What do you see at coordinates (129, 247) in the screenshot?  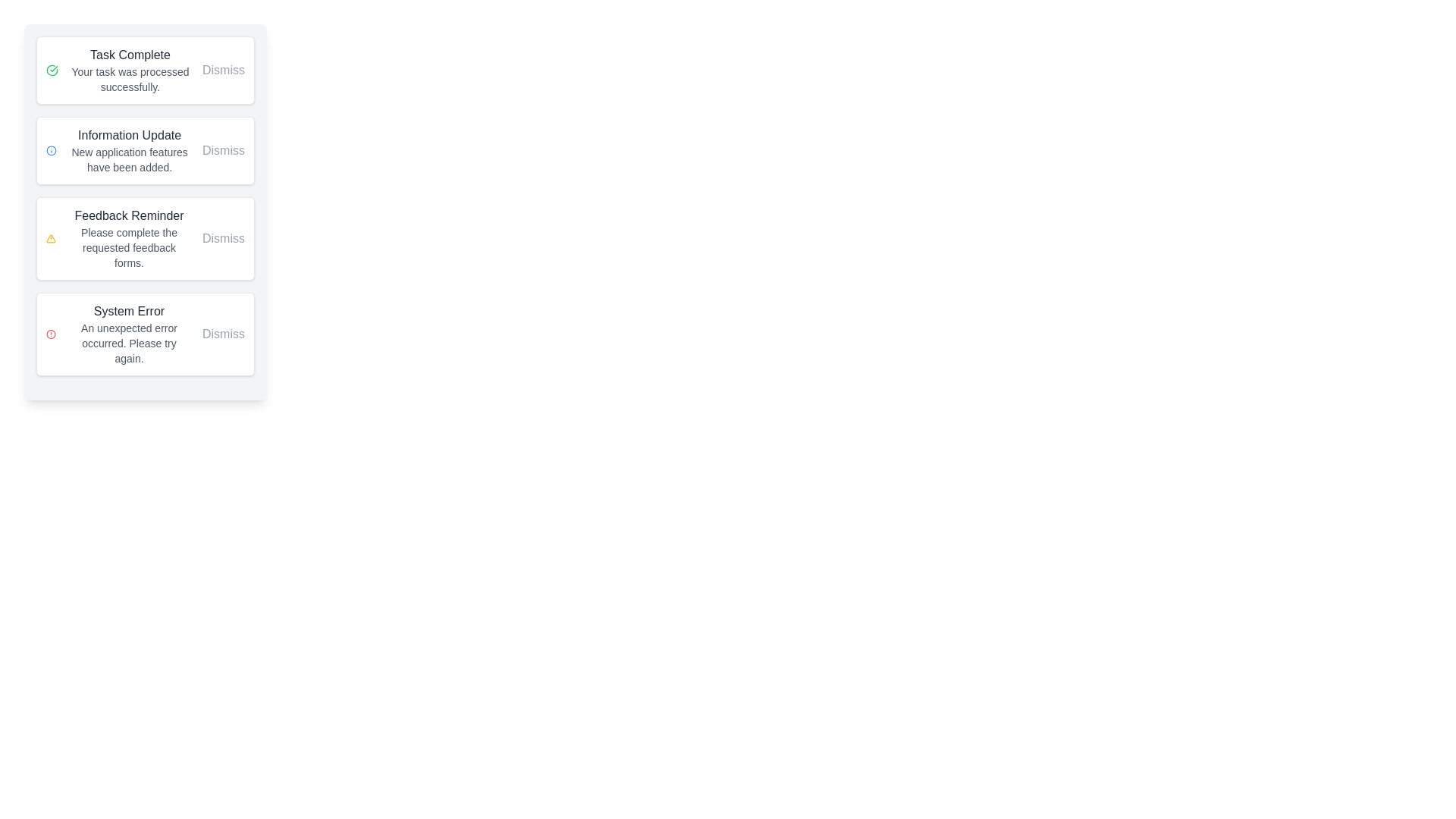 I see `the second line of text in the 'Feedback Reminder' notification, which provides clarification for completing feedback forms` at bounding box center [129, 247].